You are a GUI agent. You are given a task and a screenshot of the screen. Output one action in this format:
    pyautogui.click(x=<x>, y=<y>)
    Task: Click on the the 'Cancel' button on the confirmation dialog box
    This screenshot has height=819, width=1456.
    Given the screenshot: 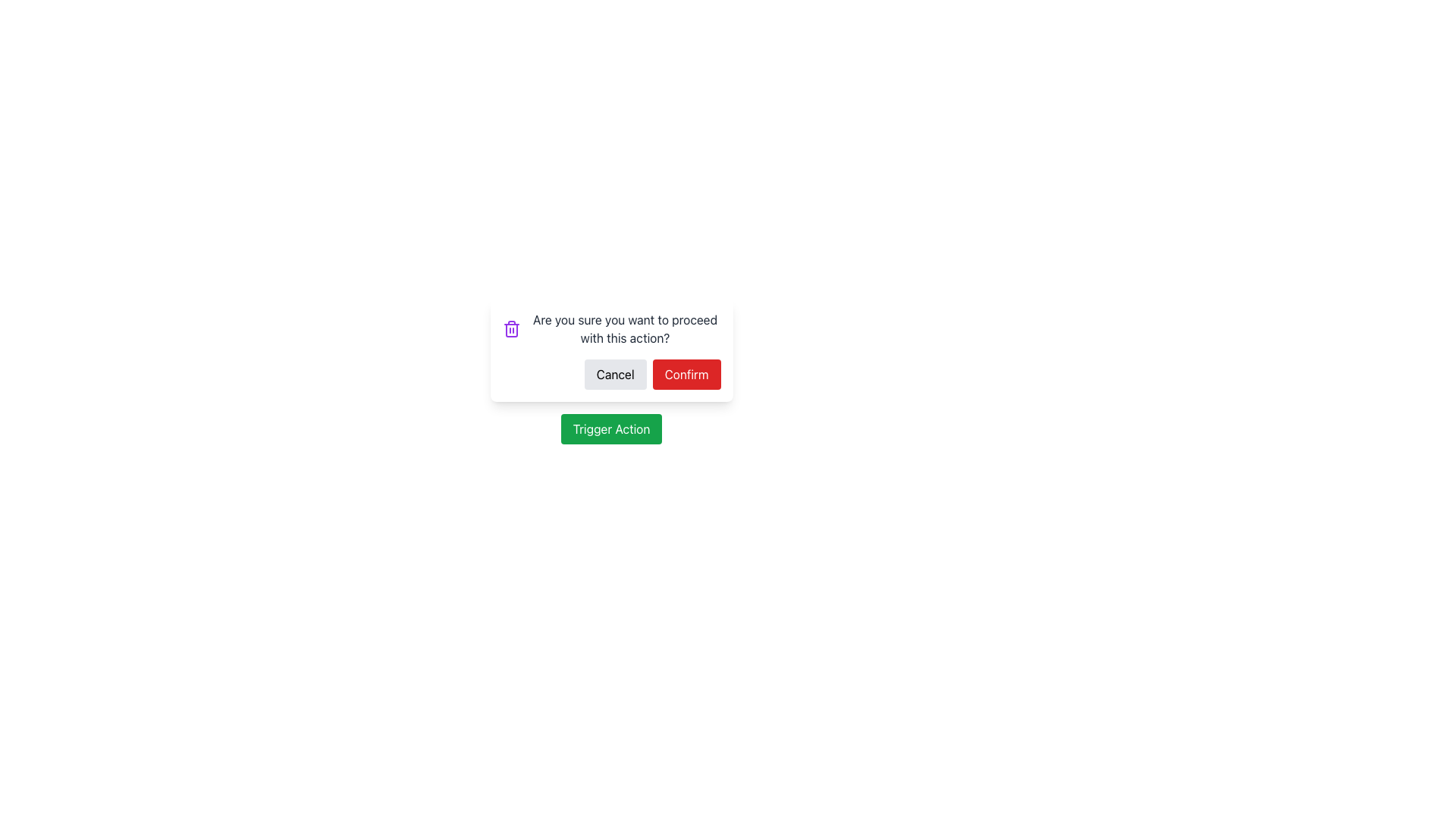 What is the action you would take?
    pyautogui.click(x=611, y=350)
    